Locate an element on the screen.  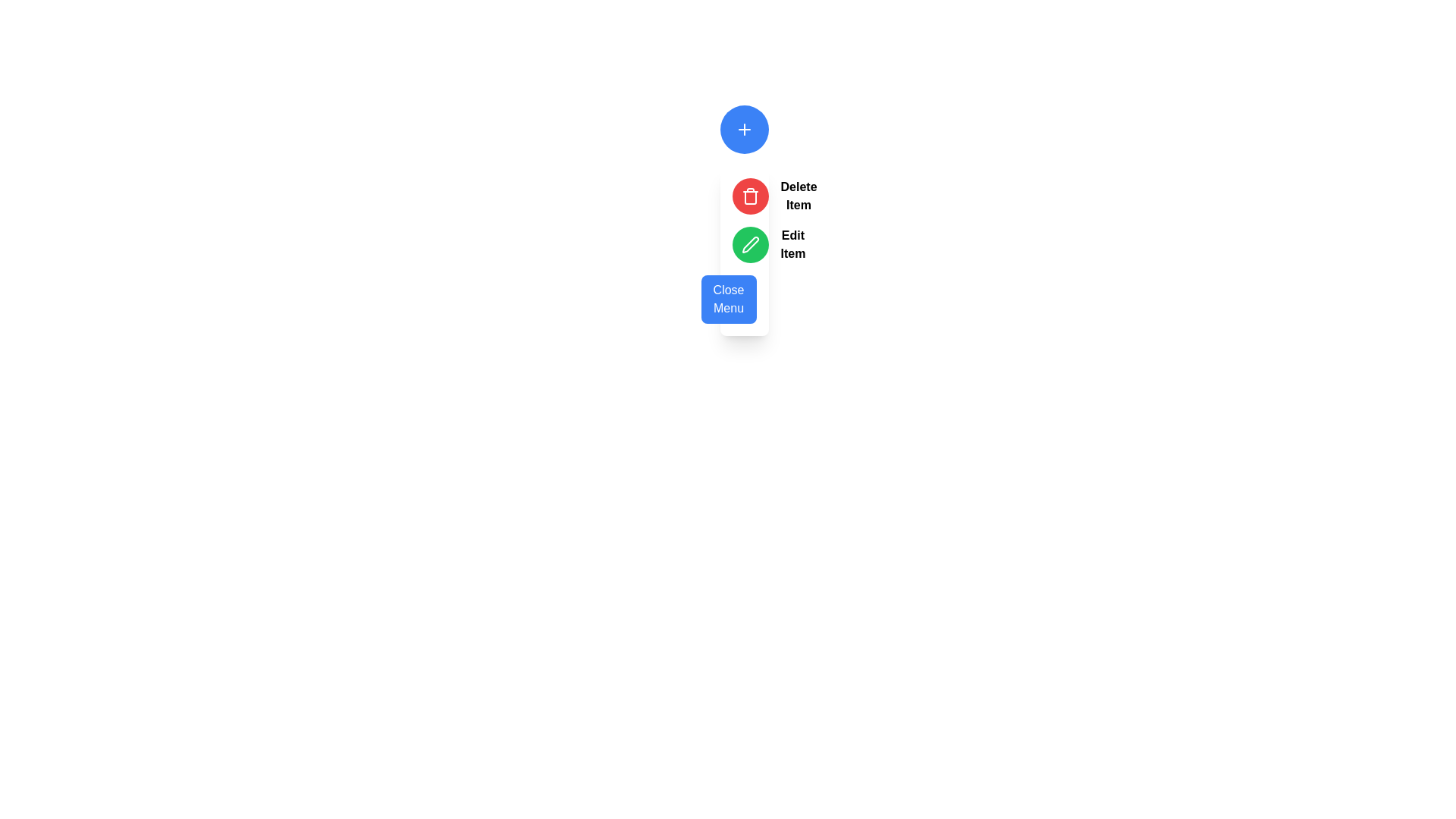
the red circular button with a white trash icon is located at coordinates (744, 195).